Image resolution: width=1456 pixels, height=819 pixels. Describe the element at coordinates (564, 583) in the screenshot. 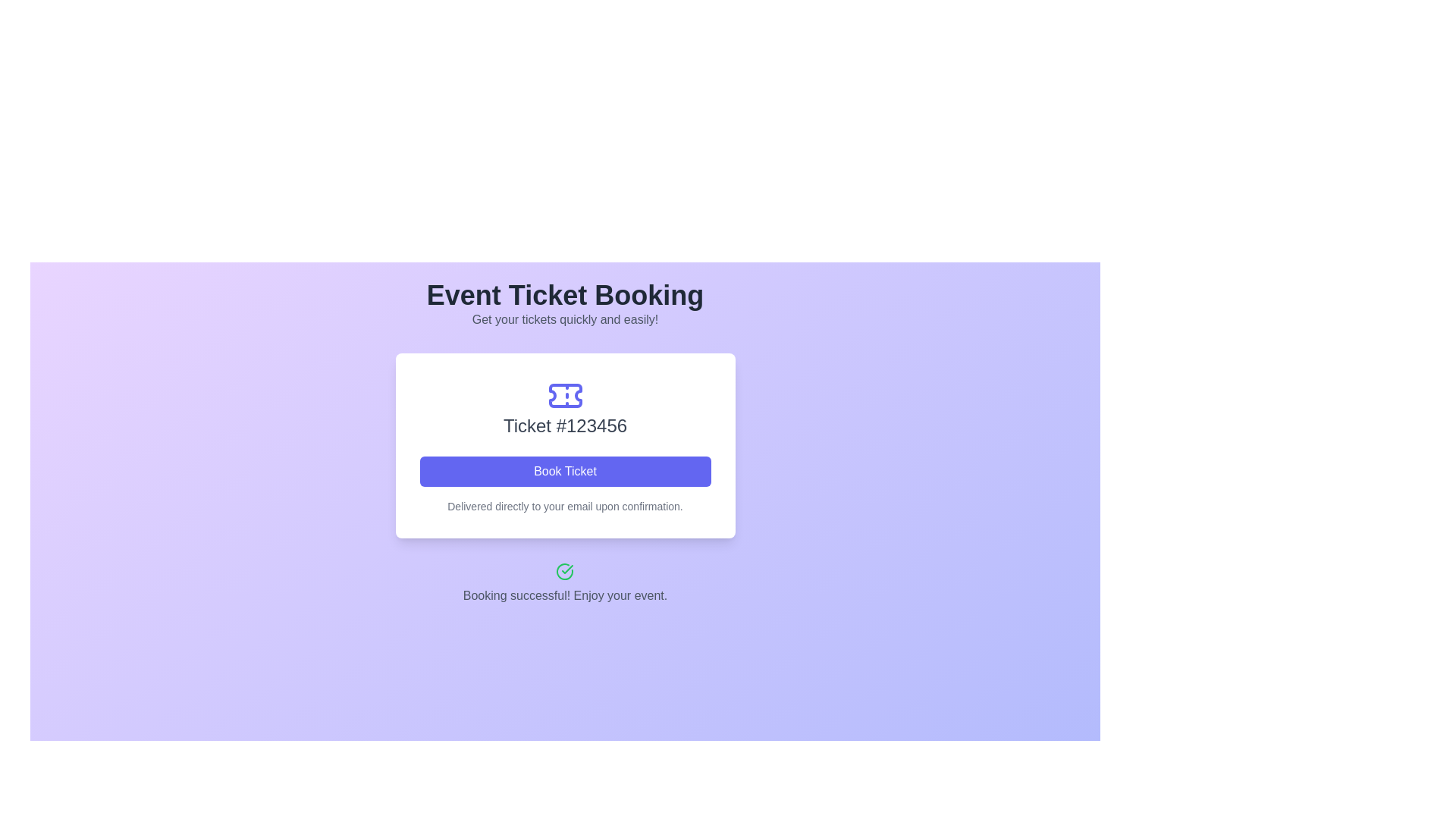

I see `the informational text block that displays 'Booking successful! Enjoy your event.' with a green checkmark icon` at that location.